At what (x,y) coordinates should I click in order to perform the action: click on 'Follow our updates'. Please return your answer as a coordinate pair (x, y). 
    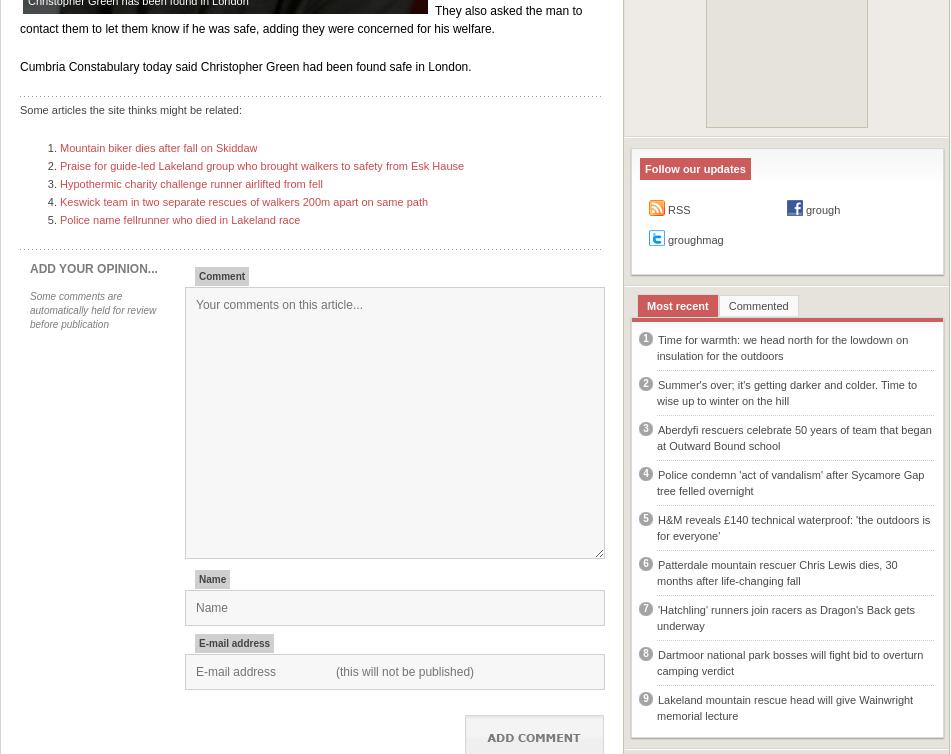
    Looking at the image, I should click on (643, 168).